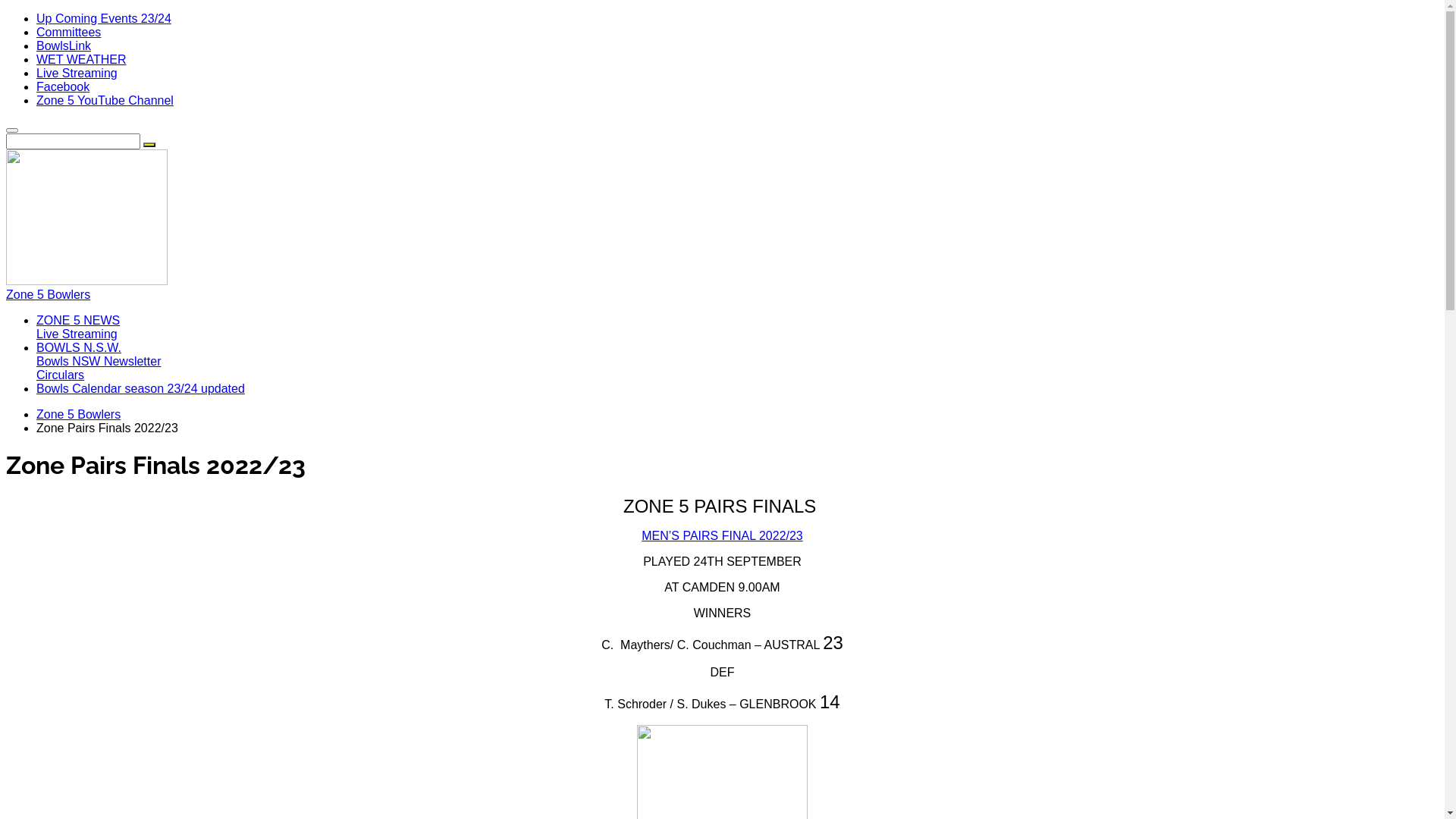 The height and width of the screenshot is (819, 1456). I want to click on 'Bowls Calendar season 23/24 updated', so click(140, 388).